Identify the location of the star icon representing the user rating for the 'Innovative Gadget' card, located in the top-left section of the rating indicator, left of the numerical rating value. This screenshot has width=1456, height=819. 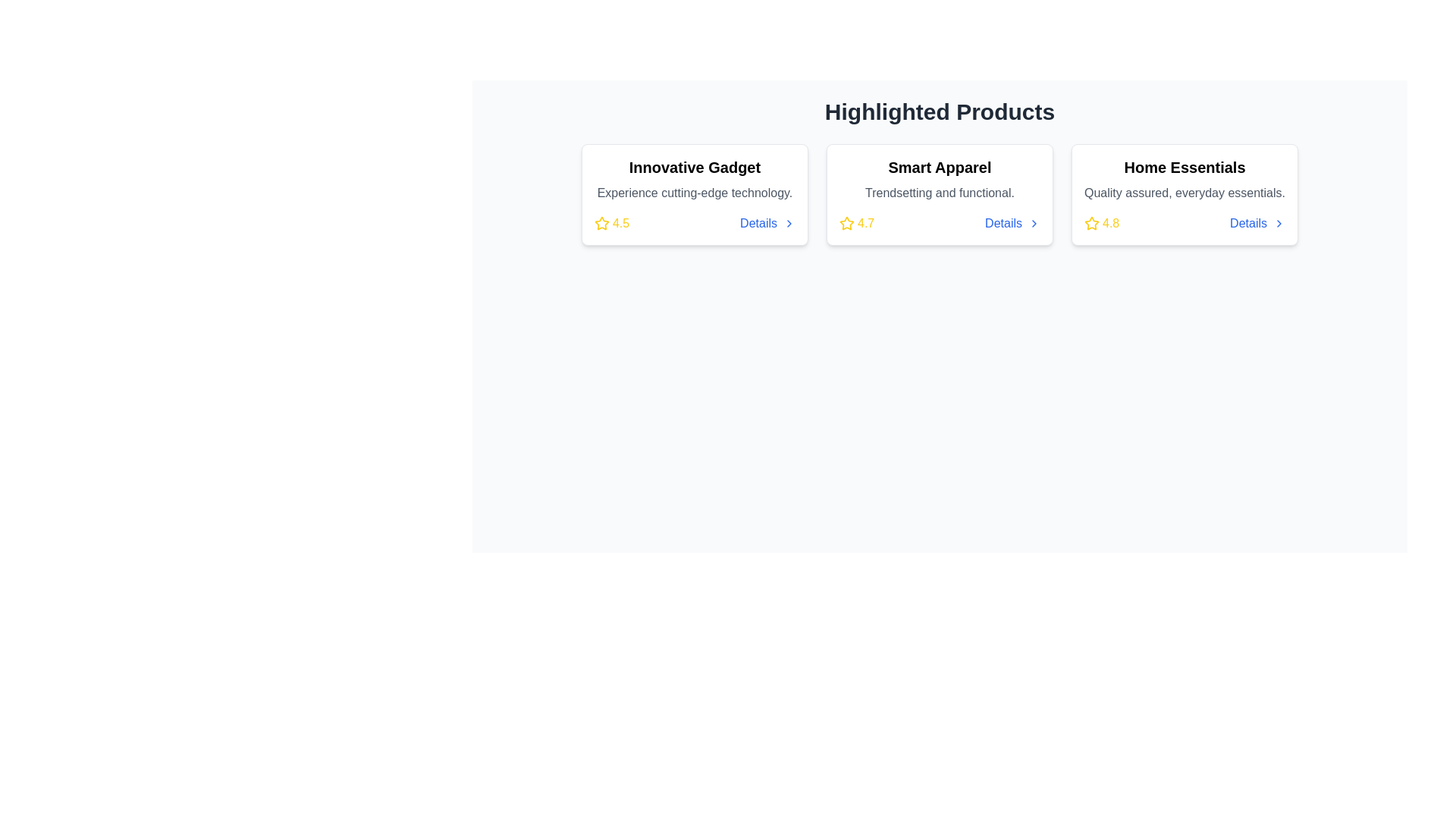
(601, 223).